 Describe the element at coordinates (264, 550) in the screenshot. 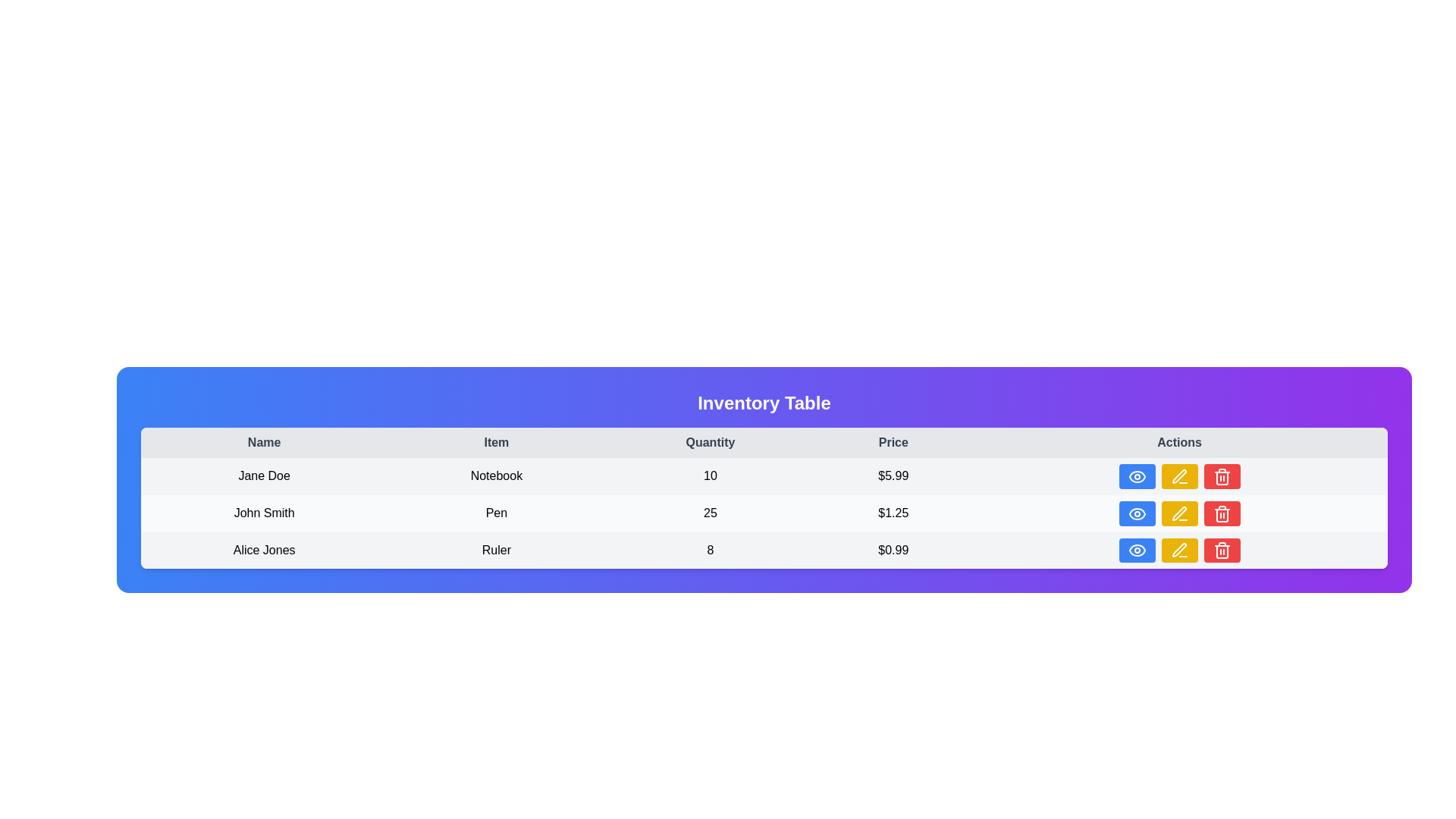

I see `the static text displaying the name 'Alice Jones' in the leftmost cell of the bottom row of the table layout` at that location.